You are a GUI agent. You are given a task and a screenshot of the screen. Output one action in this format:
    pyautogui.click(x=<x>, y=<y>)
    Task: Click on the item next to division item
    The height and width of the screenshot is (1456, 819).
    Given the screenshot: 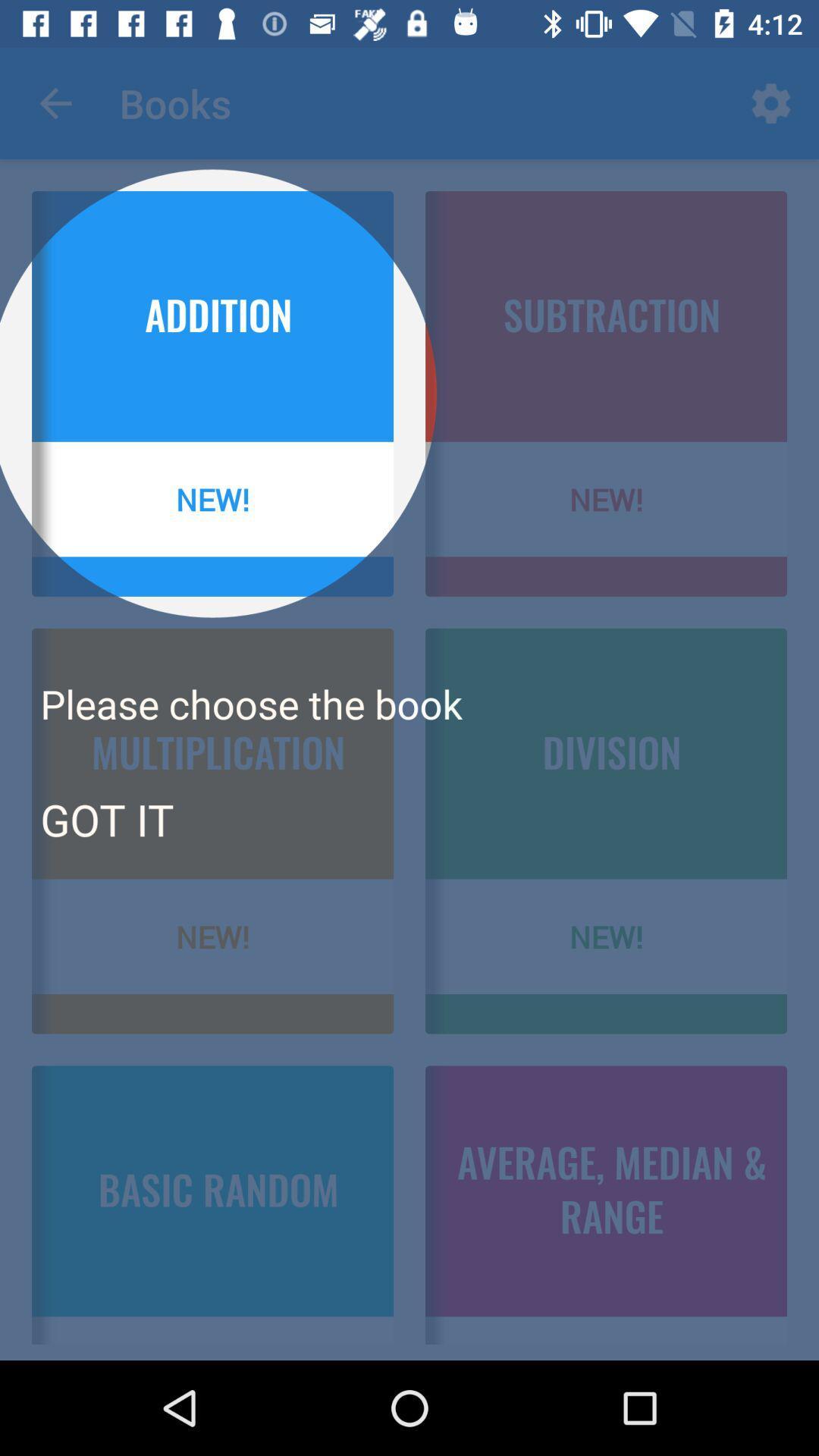 What is the action you would take?
    pyautogui.click(x=106, y=818)
    